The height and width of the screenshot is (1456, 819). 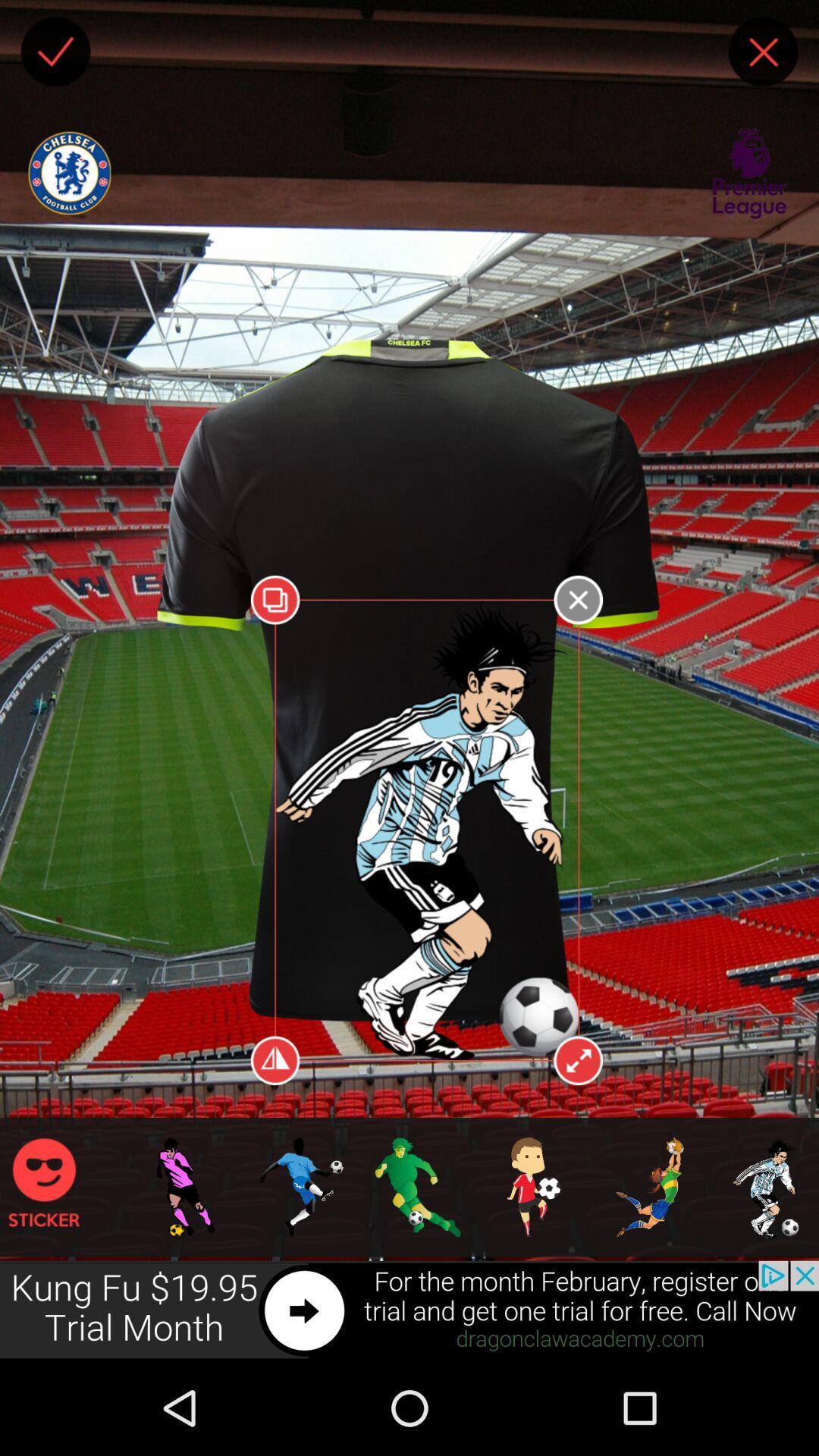 I want to click on to close the window, so click(x=763, y=52).